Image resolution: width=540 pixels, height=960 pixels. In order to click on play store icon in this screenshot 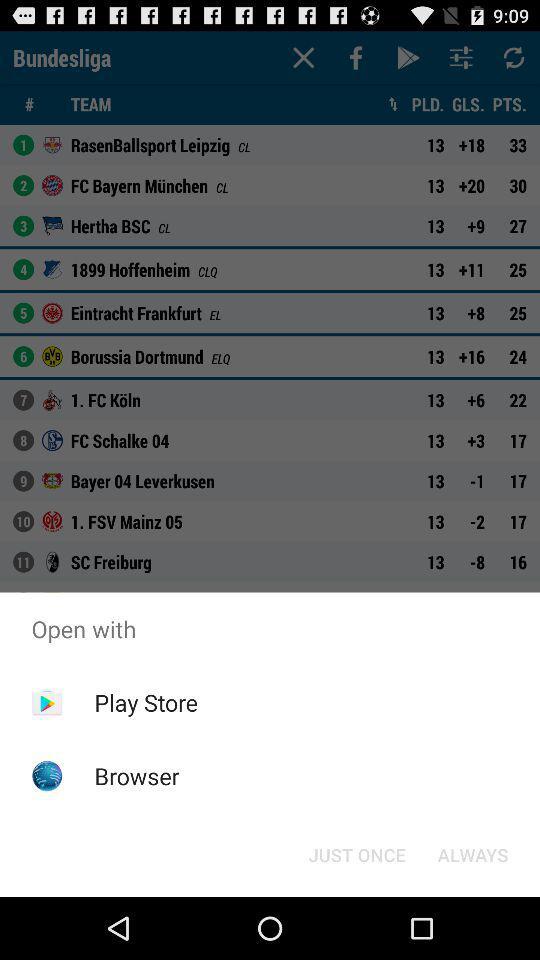, I will do `click(145, 702)`.